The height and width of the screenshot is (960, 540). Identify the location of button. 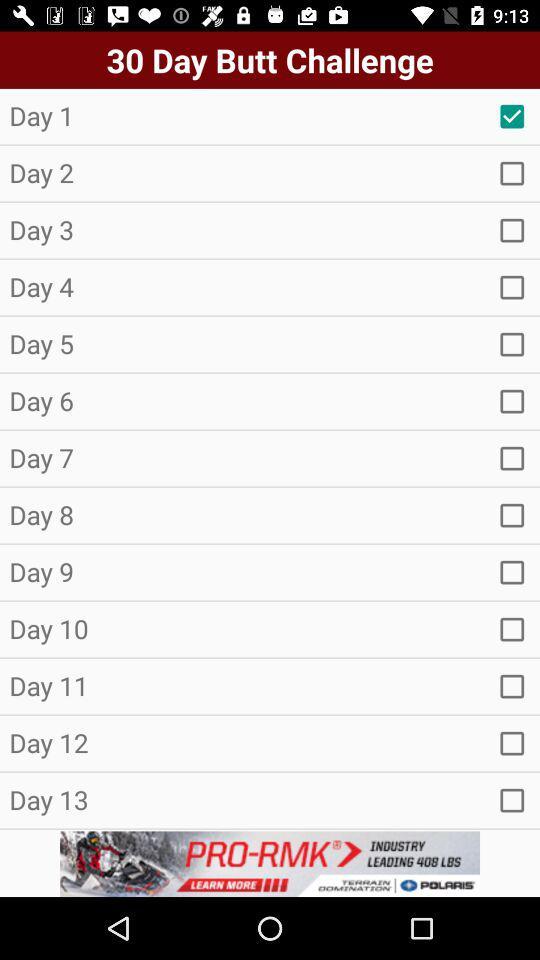
(512, 800).